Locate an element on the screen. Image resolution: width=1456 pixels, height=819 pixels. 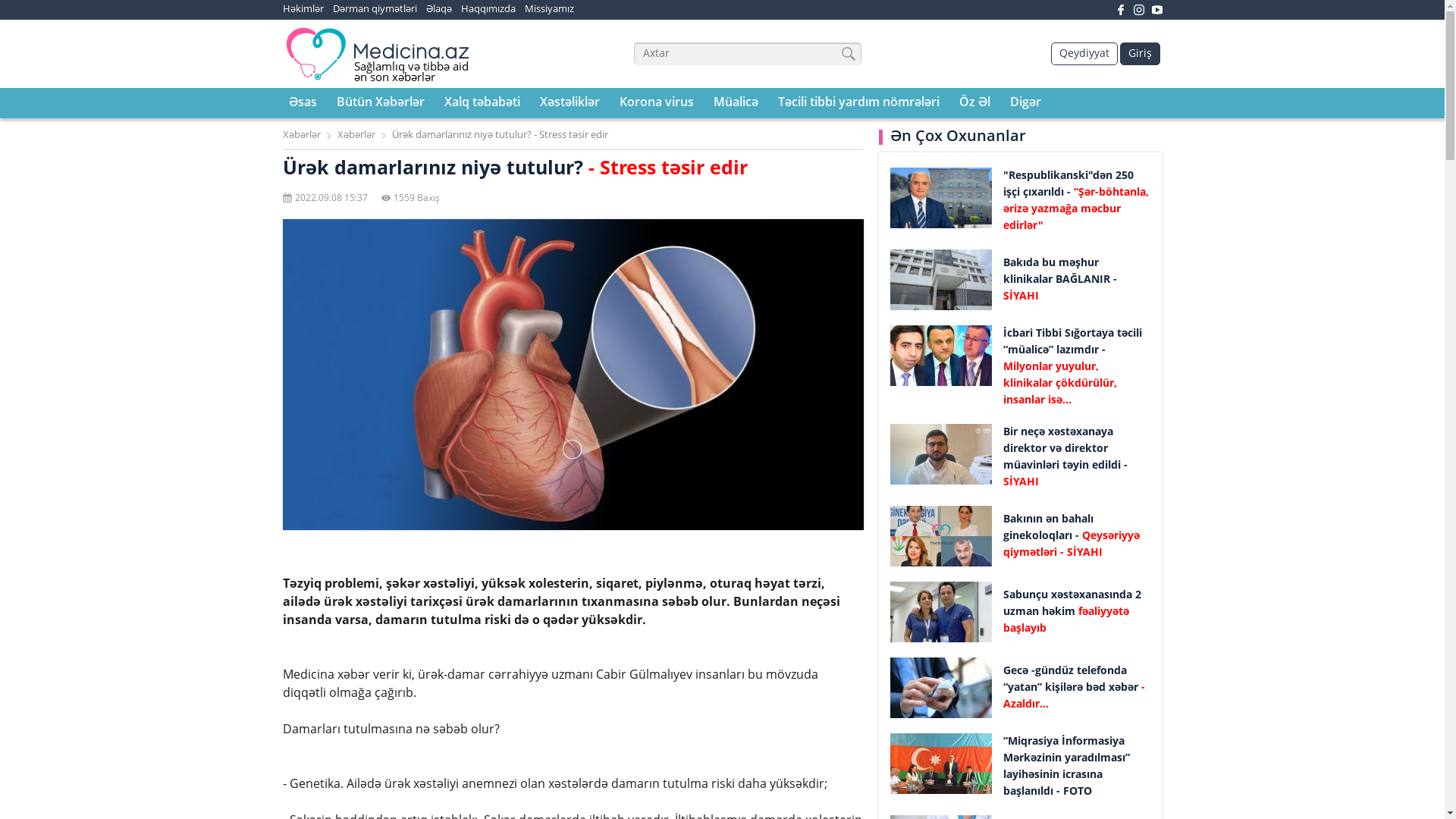
'Qeydiyyat' is located at coordinates (1084, 52).